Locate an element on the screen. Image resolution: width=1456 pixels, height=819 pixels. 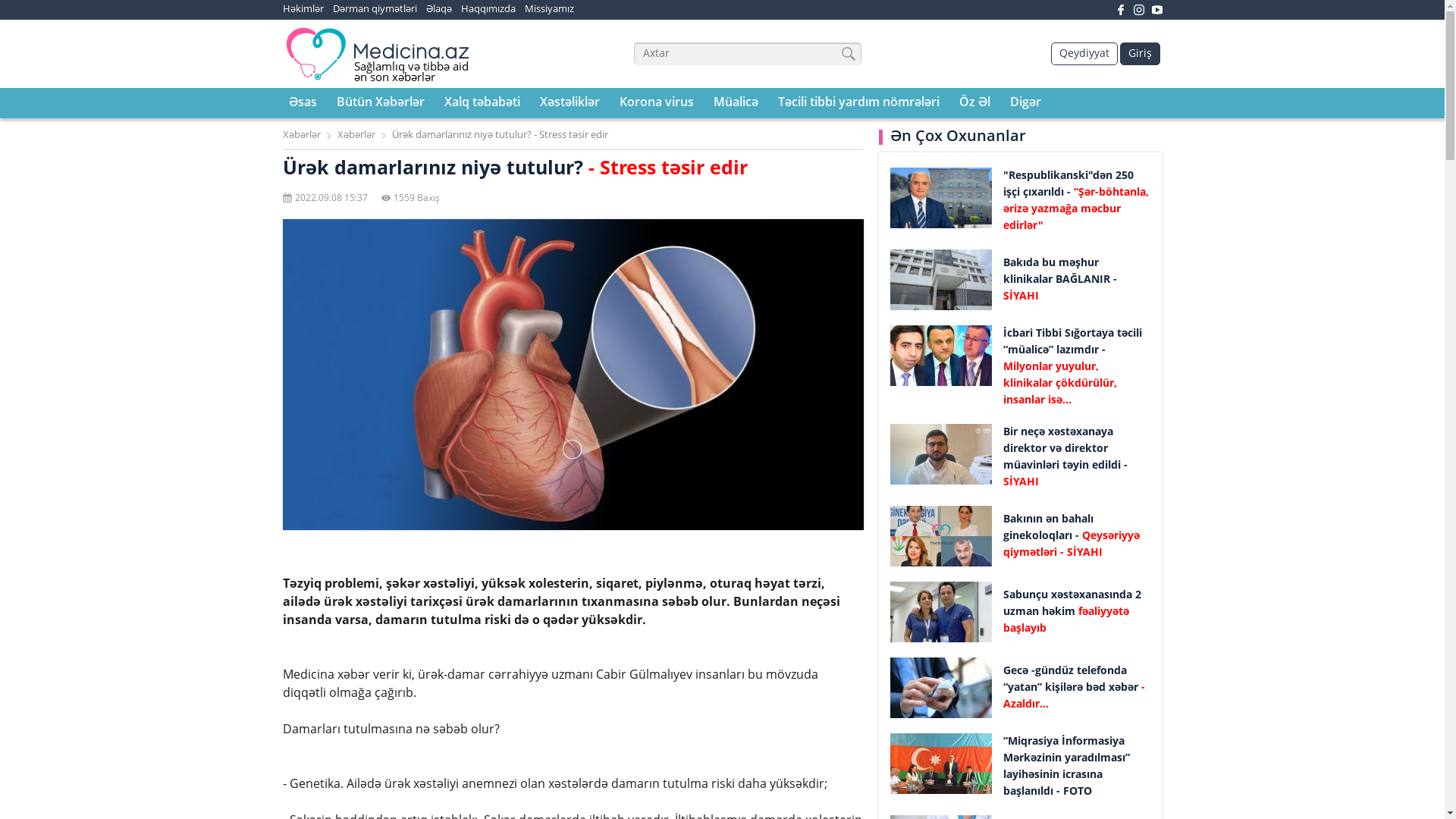
'Qeydiyyat' is located at coordinates (1084, 52).